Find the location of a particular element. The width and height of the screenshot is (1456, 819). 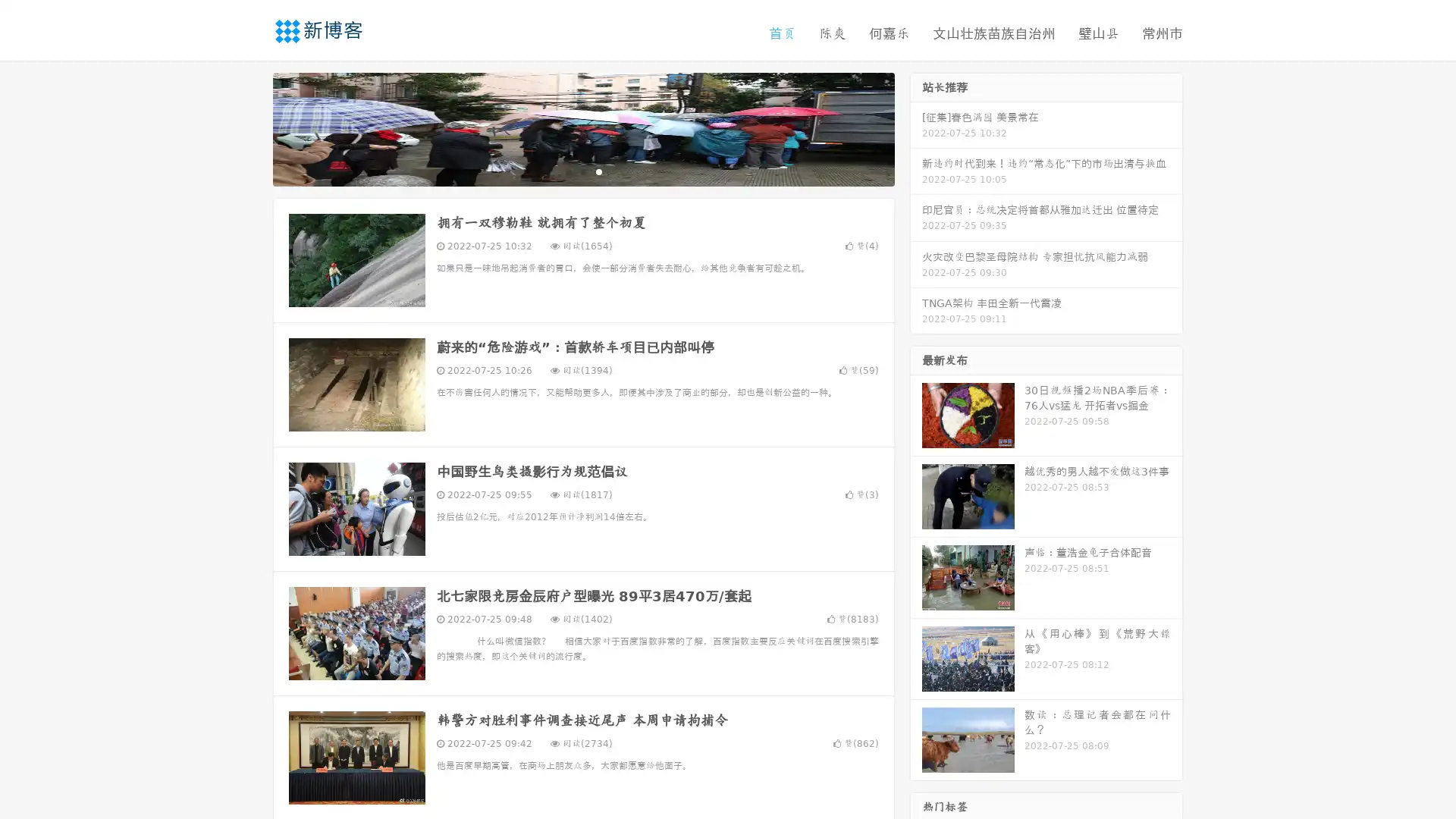

Go to slide 2 is located at coordinates (582, 171).